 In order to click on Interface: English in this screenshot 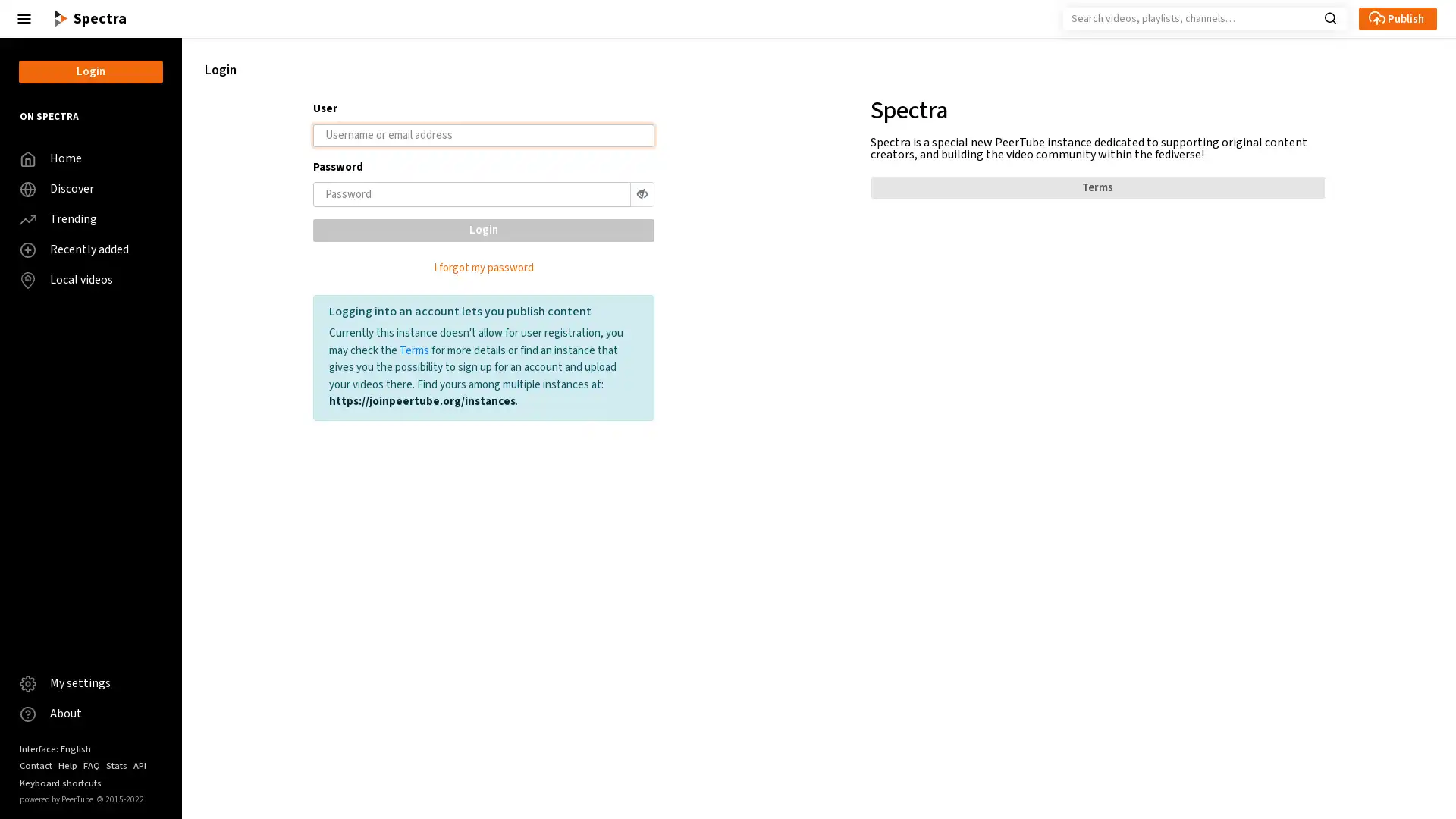, I will do `click(55, 748)`.